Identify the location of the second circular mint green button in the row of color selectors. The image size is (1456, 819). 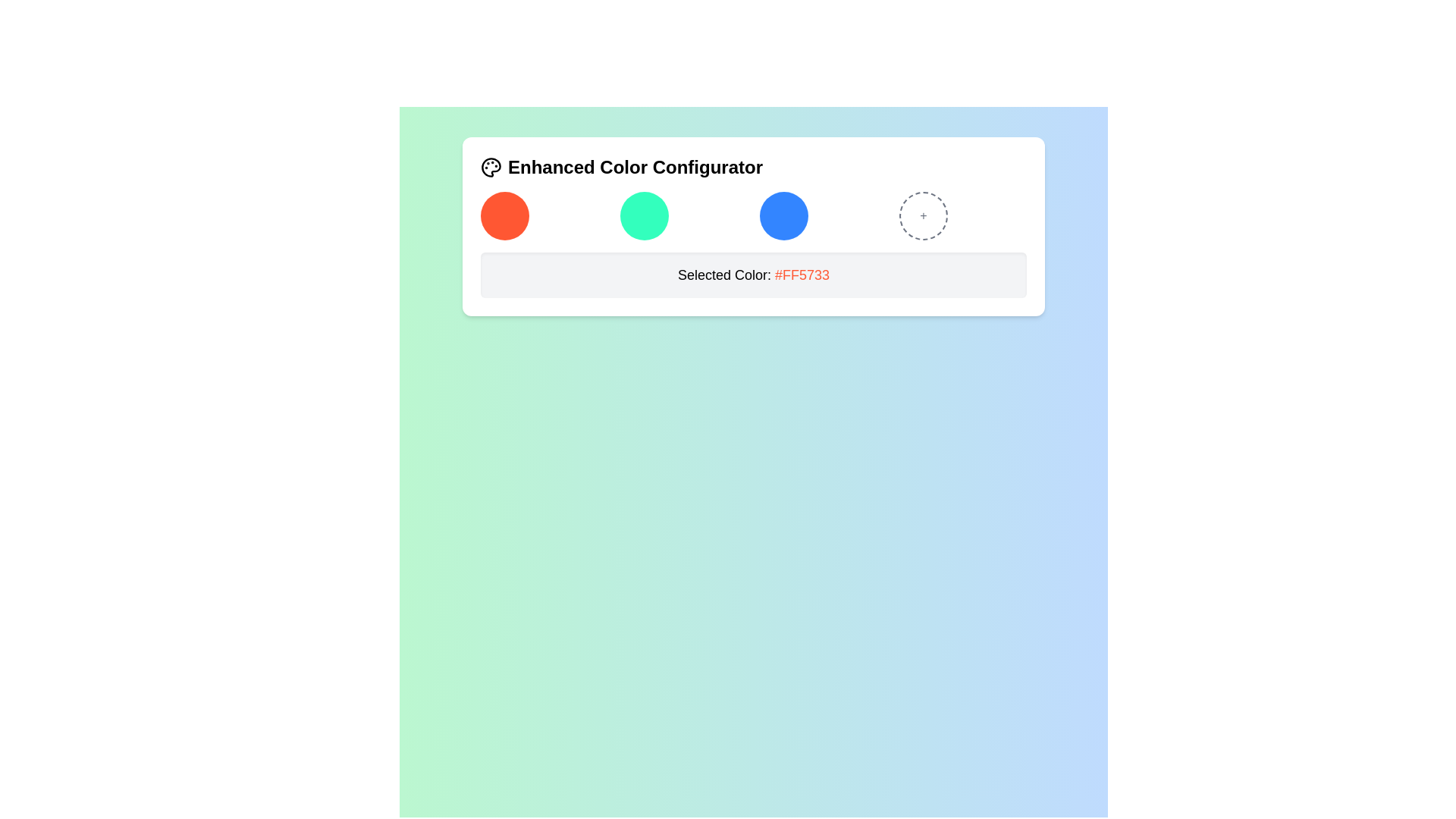
(683, 216).